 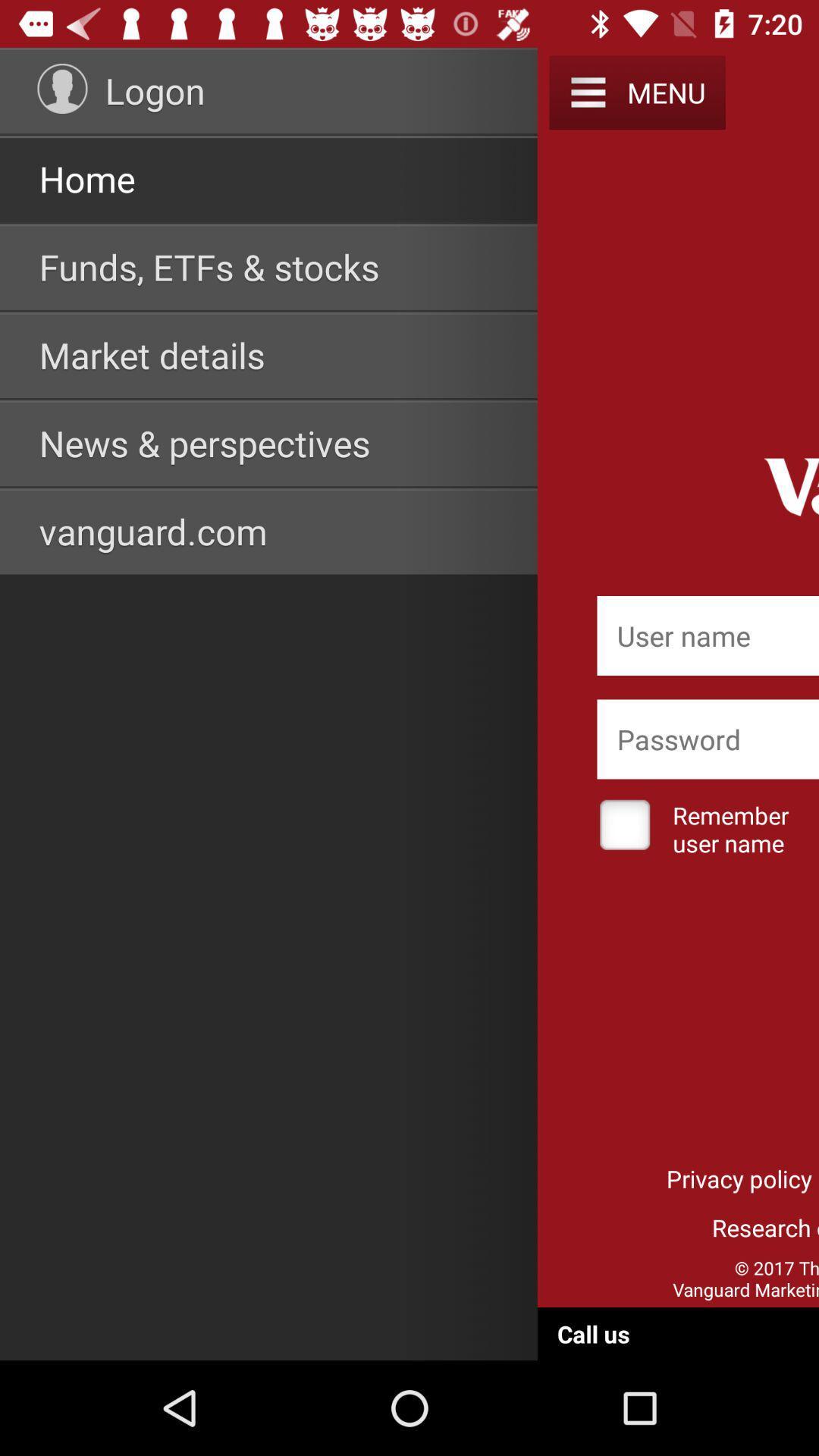 I want to click on logon, so click(x=155, y=89).